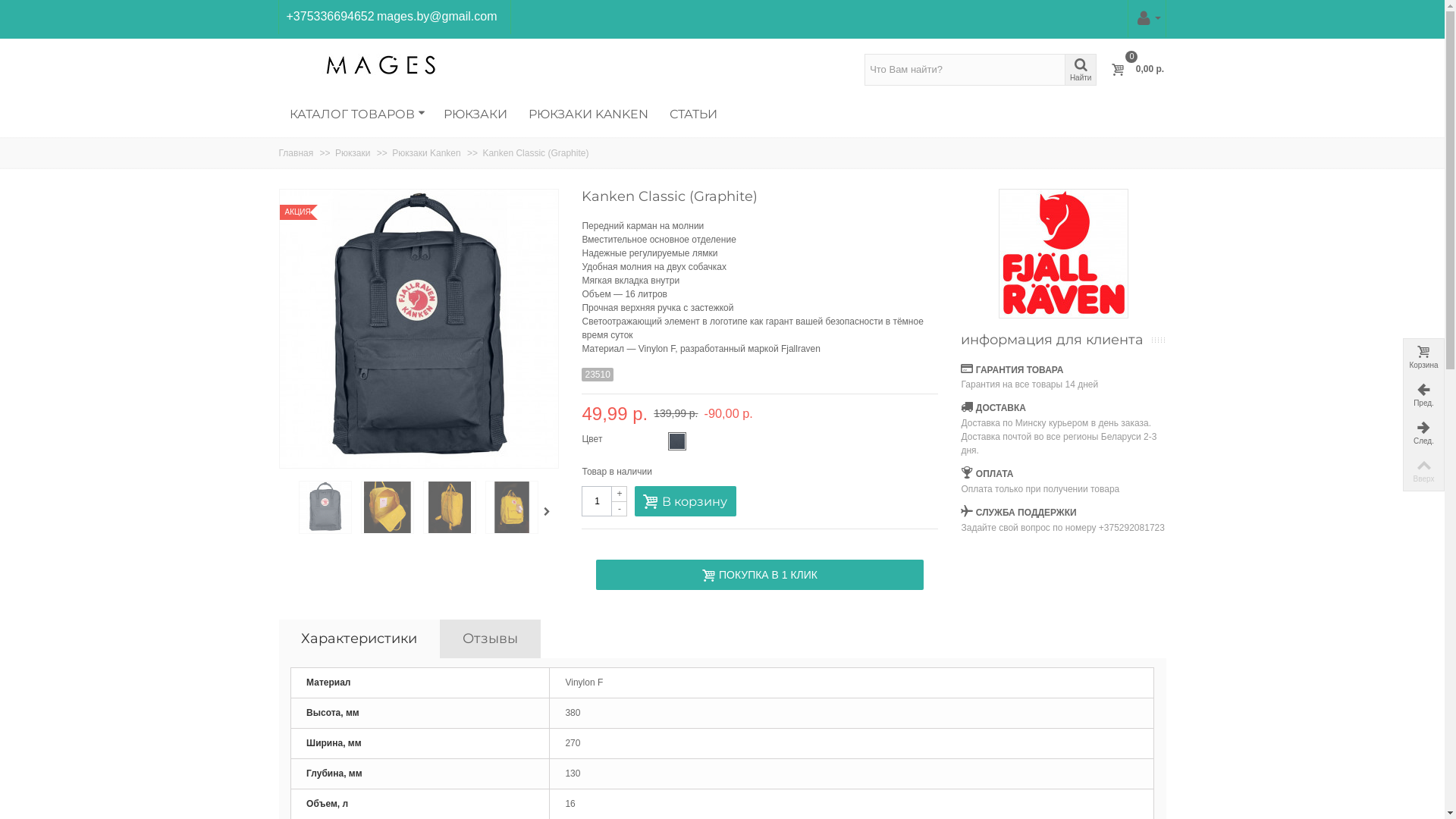 The width and height of the screenshot is (1456, 819). I want to click on '+', so click(619, 494).